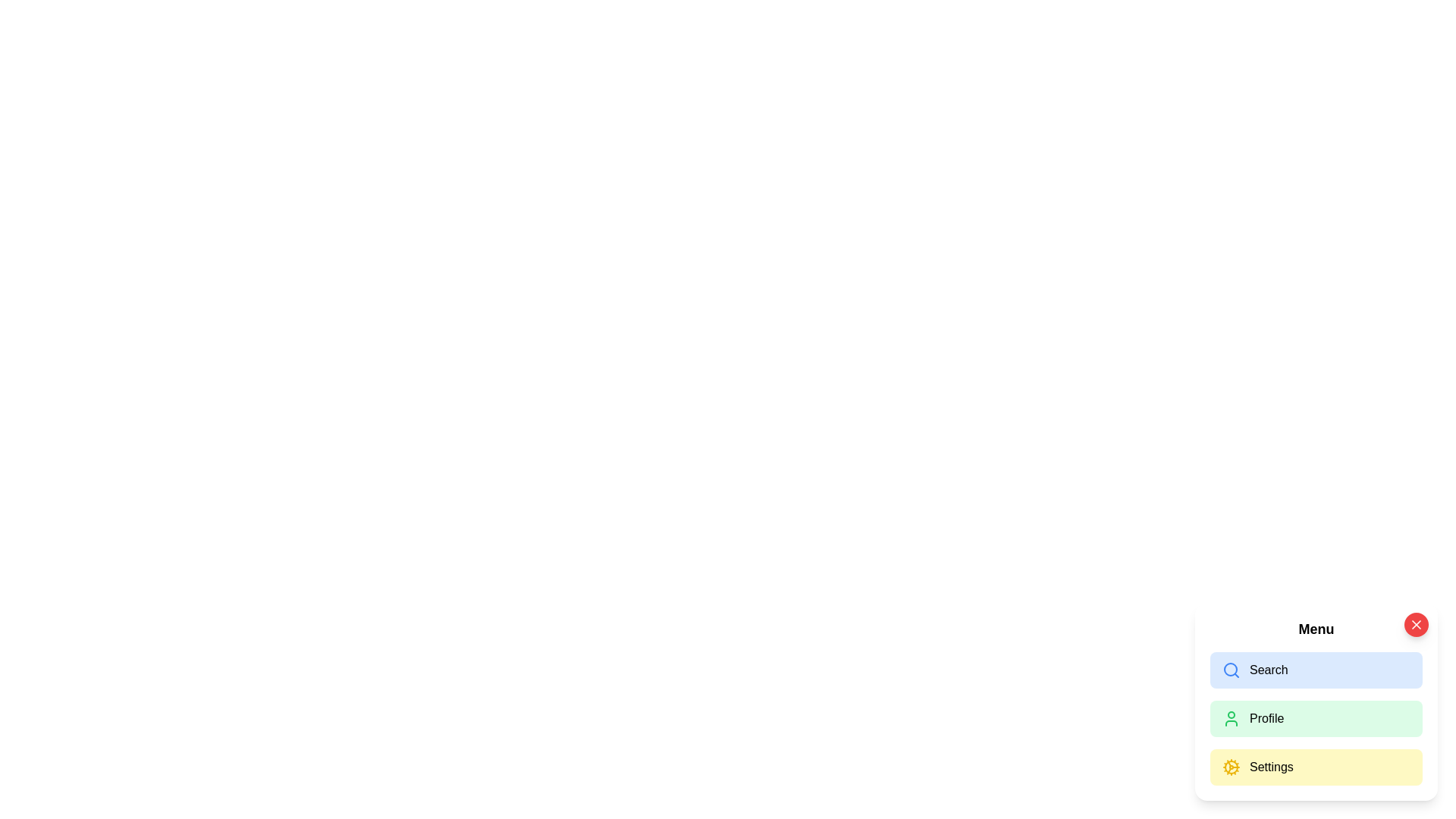  What do you see at coordinates (1266, 718) in the screenshot?
I see `'Profile' text label located in the second row of the vertical menu, which is styled with standard text appearance and has a light green background` at bounding box center [1266, 718].